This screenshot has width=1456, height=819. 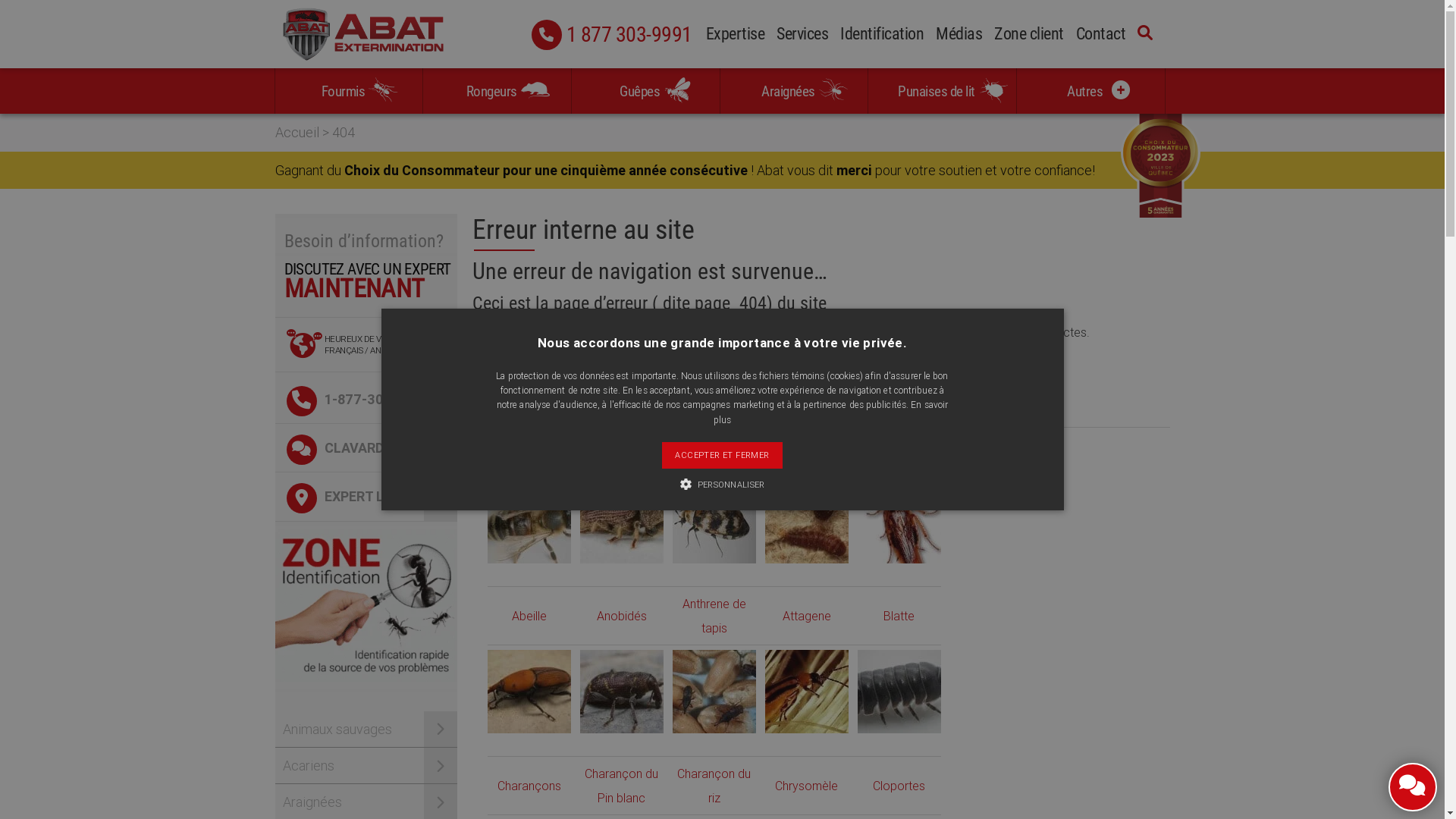 I want to click on 'Contact', so click(x=1100, y=35).